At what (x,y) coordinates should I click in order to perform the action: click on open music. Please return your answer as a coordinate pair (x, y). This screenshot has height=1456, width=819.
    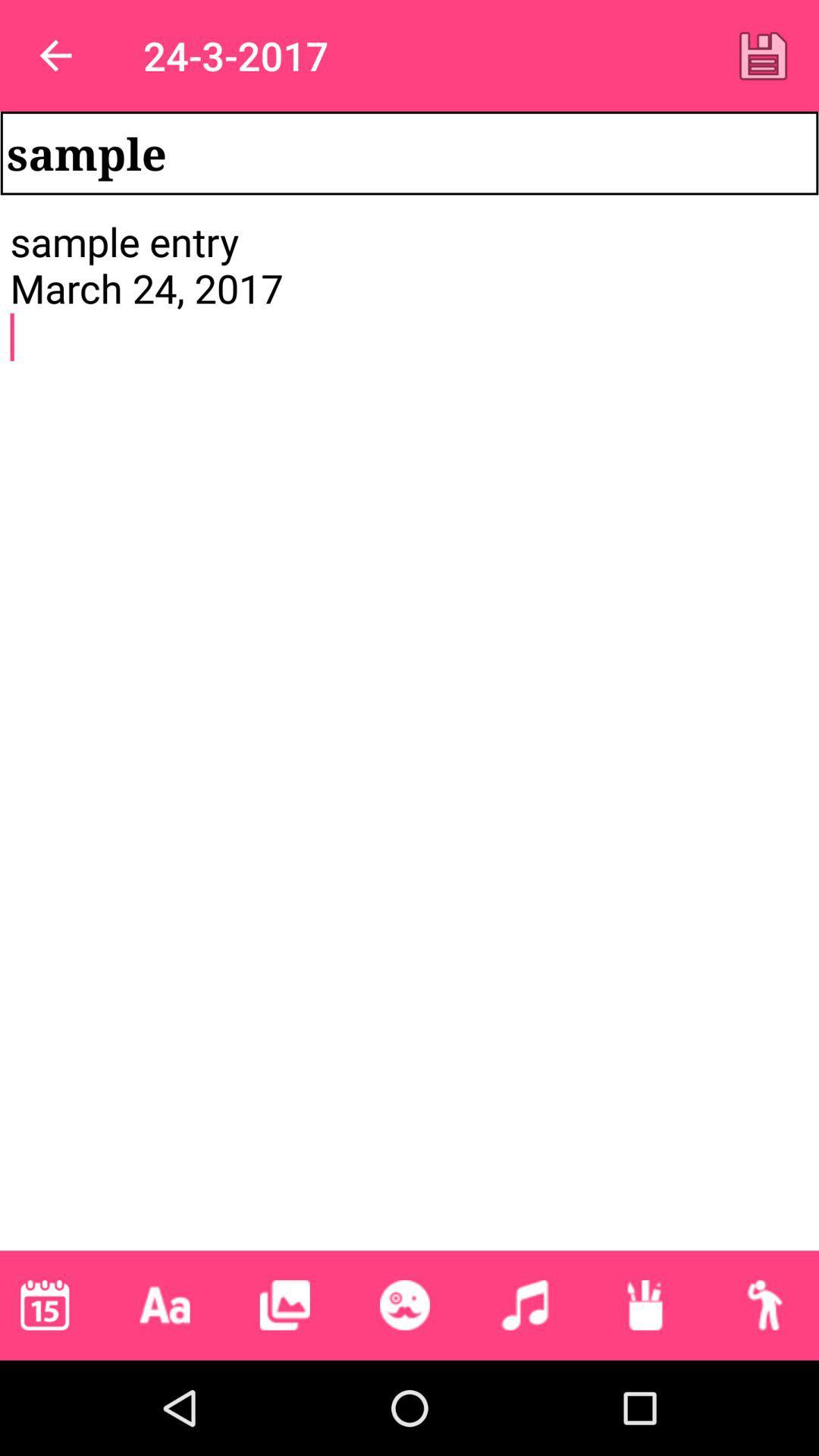
    Looking at the image, I should click on (524, 1304).